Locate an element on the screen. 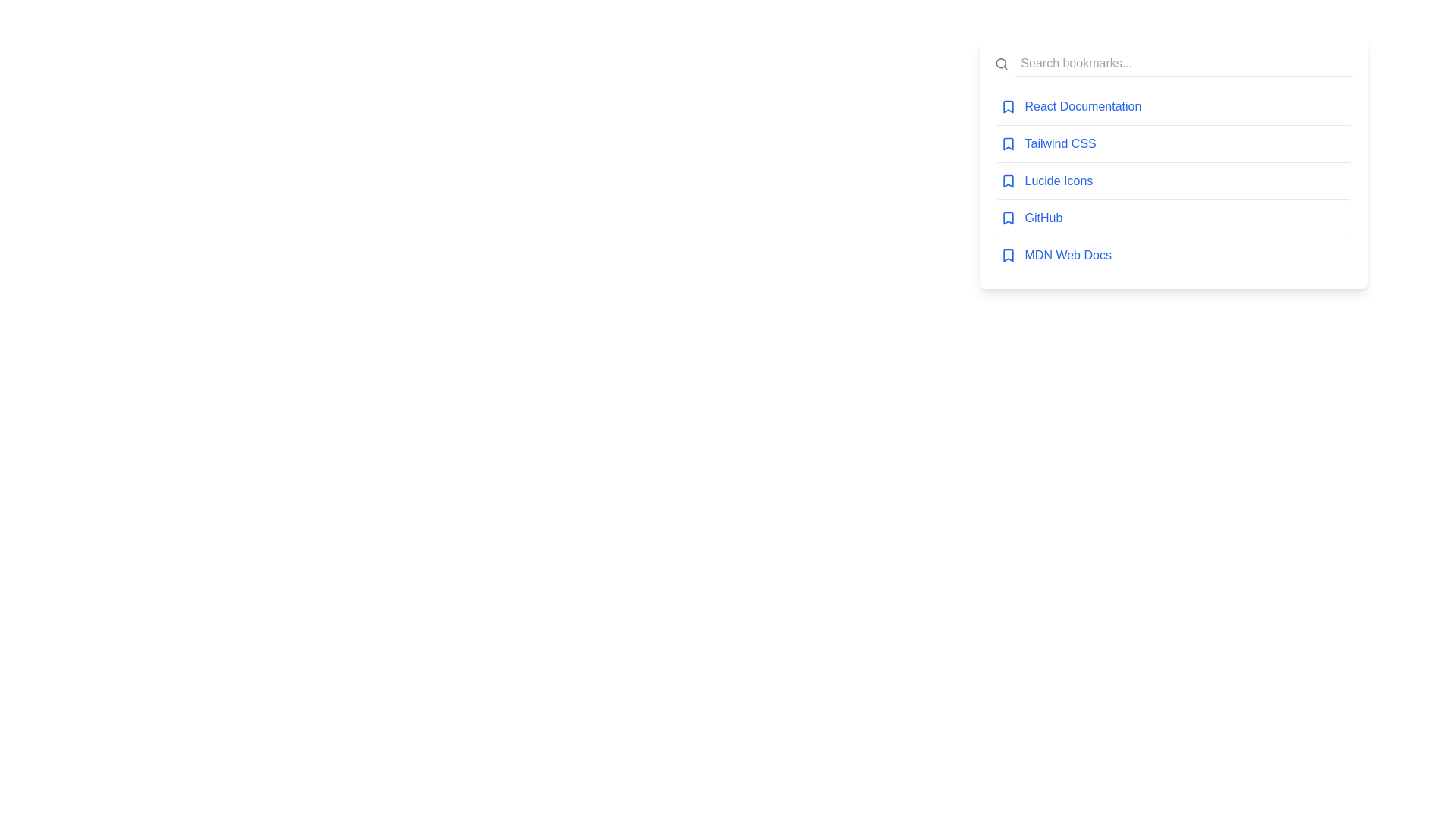 This screenshot has width=1456, height=819. the bookmark link for React Documentation to navigate to the respective page is located at coordinates (1082, 105).